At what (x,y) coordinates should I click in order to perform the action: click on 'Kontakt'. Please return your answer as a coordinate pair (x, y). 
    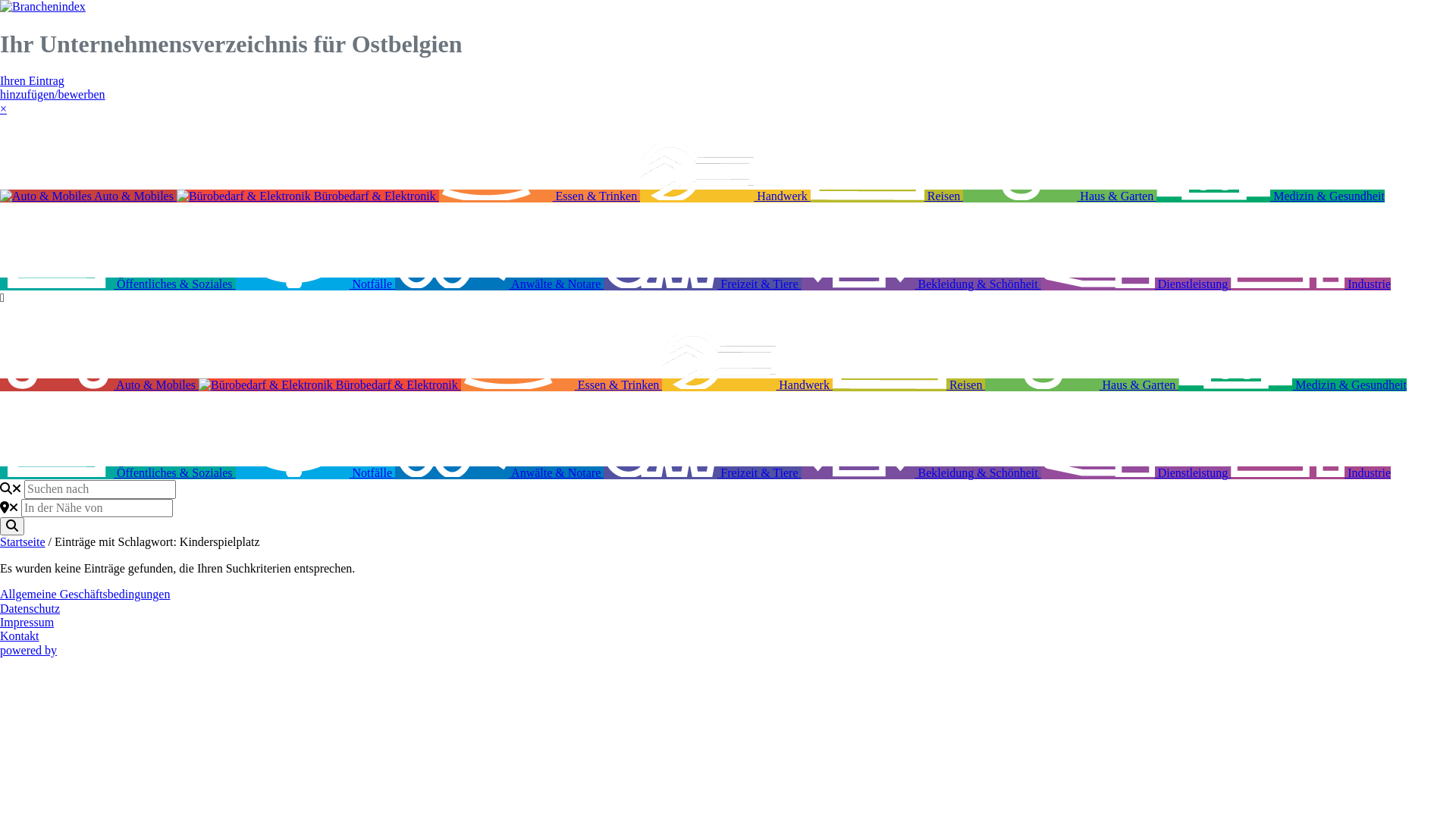
    Looking at the image, I should click on (19, 635).